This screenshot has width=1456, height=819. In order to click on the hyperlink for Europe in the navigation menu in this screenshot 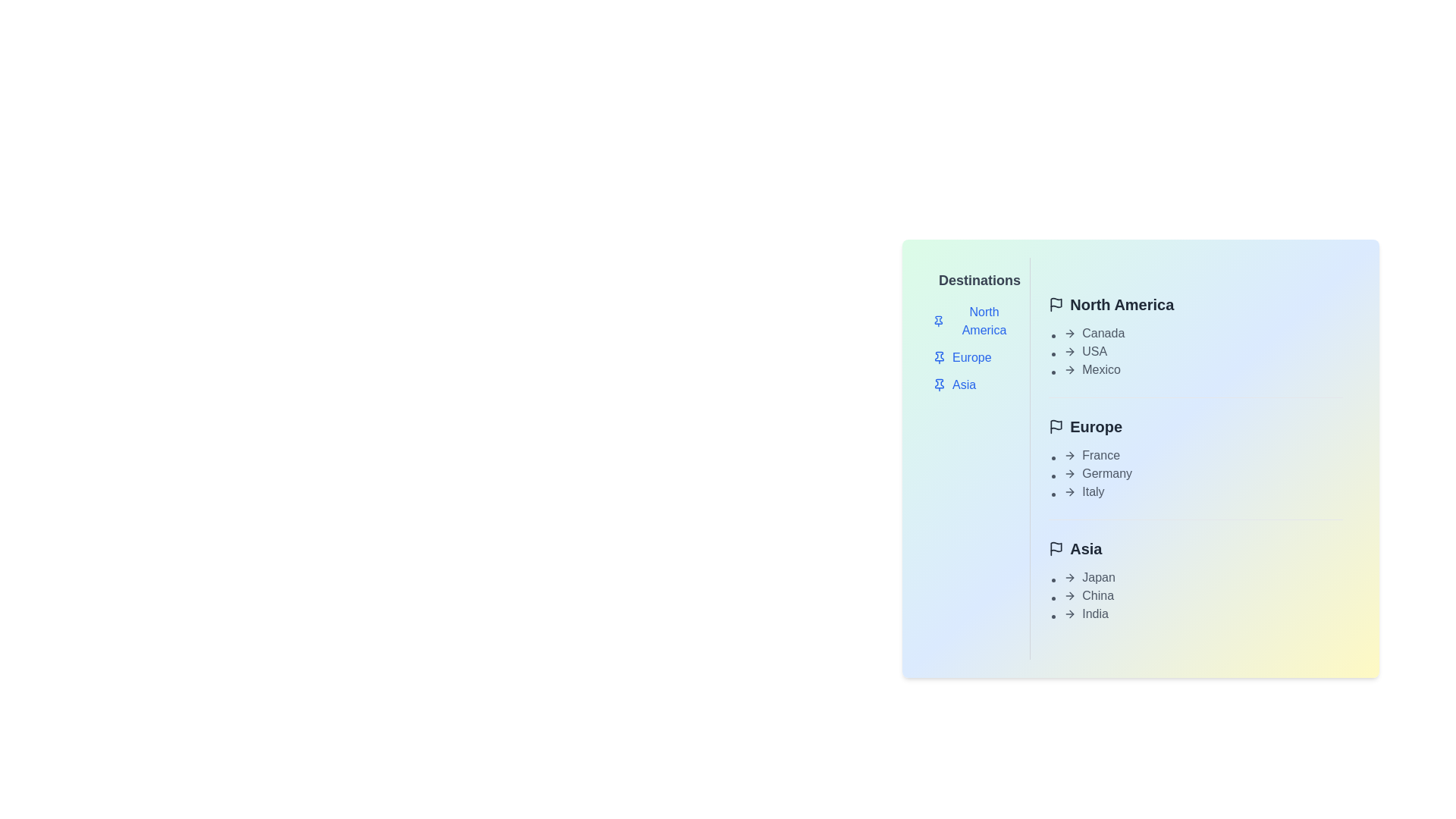, I will do `click(975, 357)`.